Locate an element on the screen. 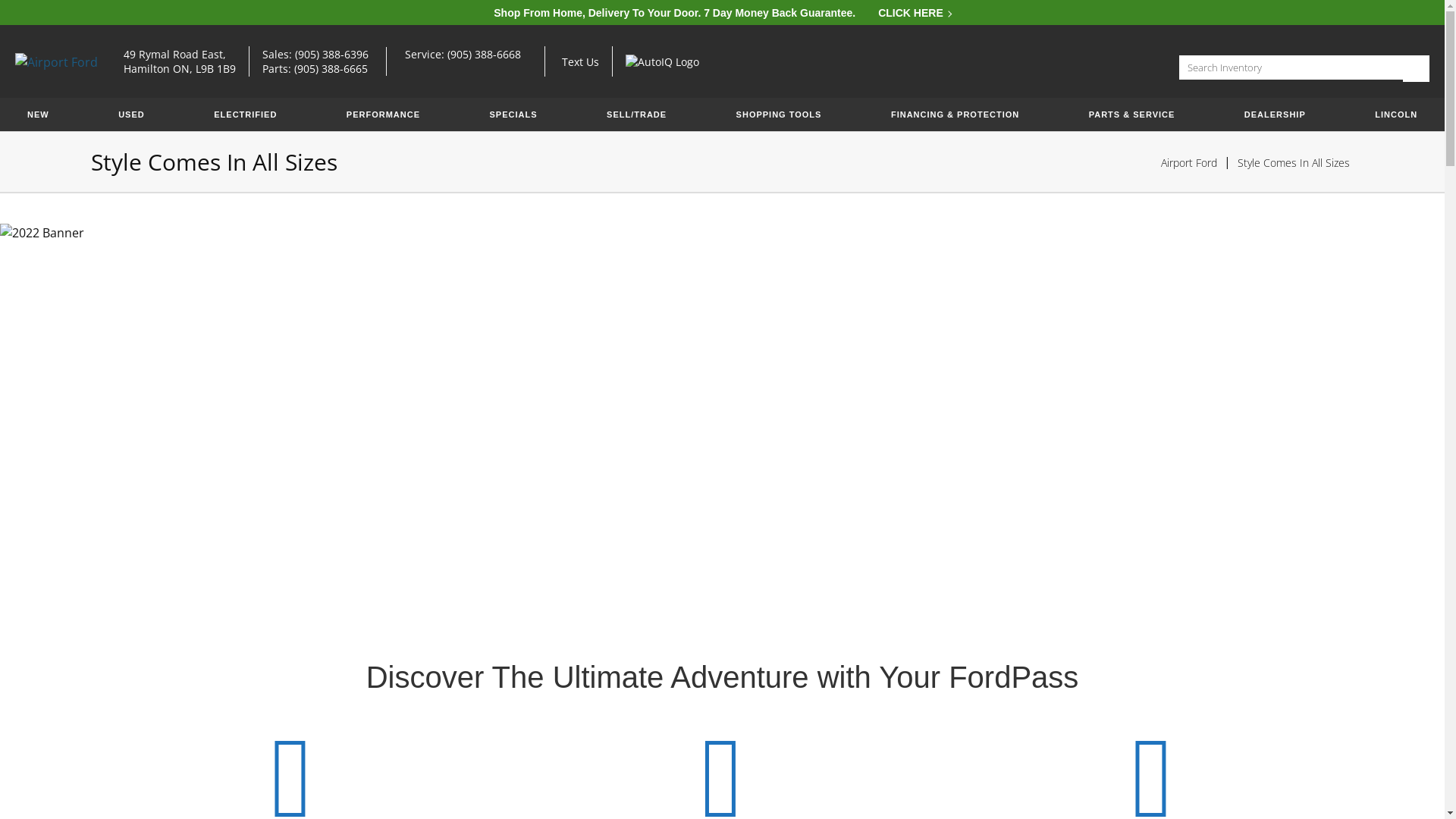  'ELECTRIFIED' is located at coordinates (245, 114).